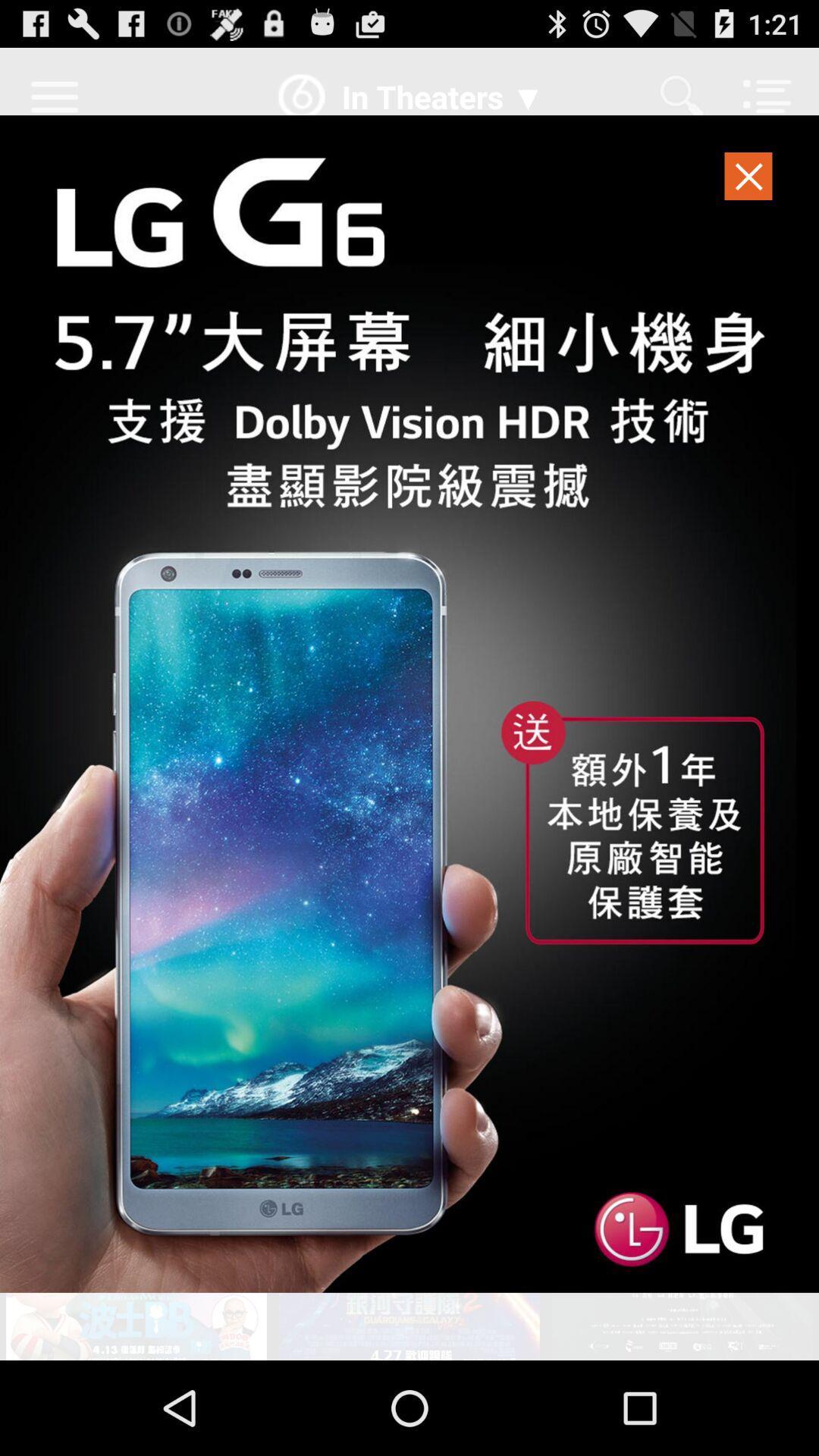 This screenshot has width=819, height=1456. What do you see at coordinates (748, 193) in the screenshot?
I see `the close icon` at bounding box center [748, 193].